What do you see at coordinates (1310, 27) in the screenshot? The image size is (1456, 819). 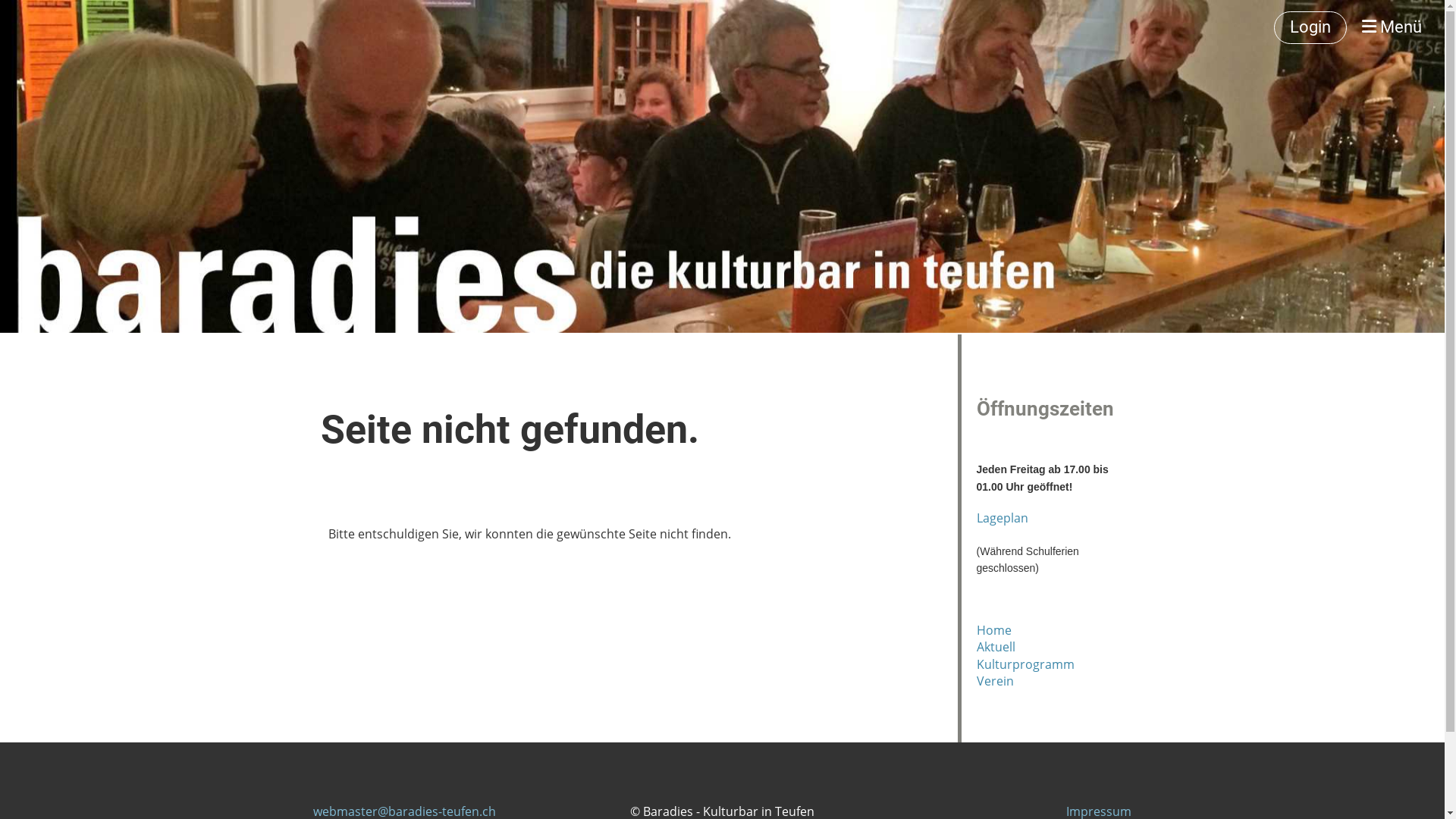 I see `'Login'` at bounding box center [1310, 27].